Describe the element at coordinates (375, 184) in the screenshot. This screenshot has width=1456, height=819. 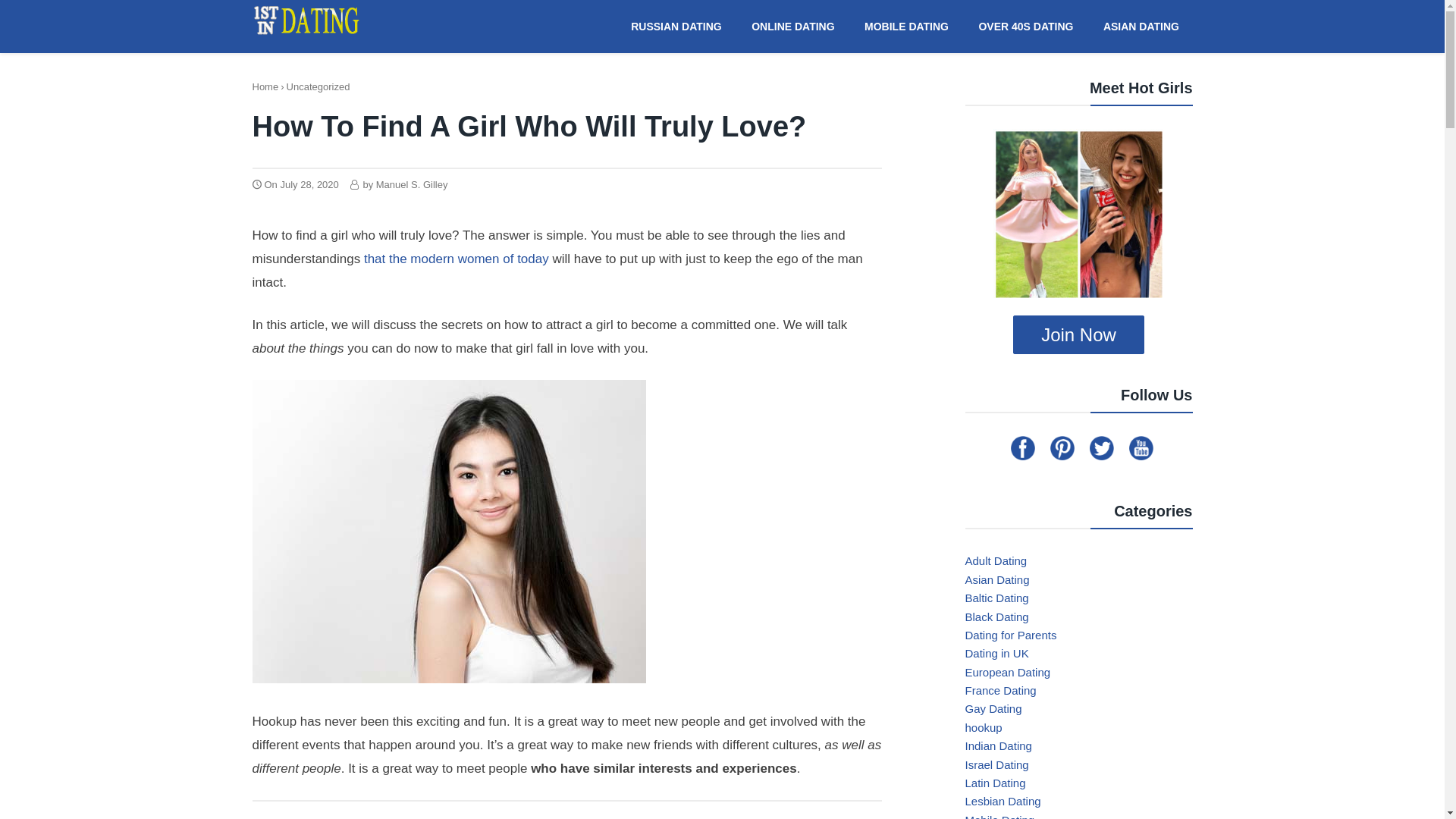
I see `'Manuel S. Gilley'` at that location.